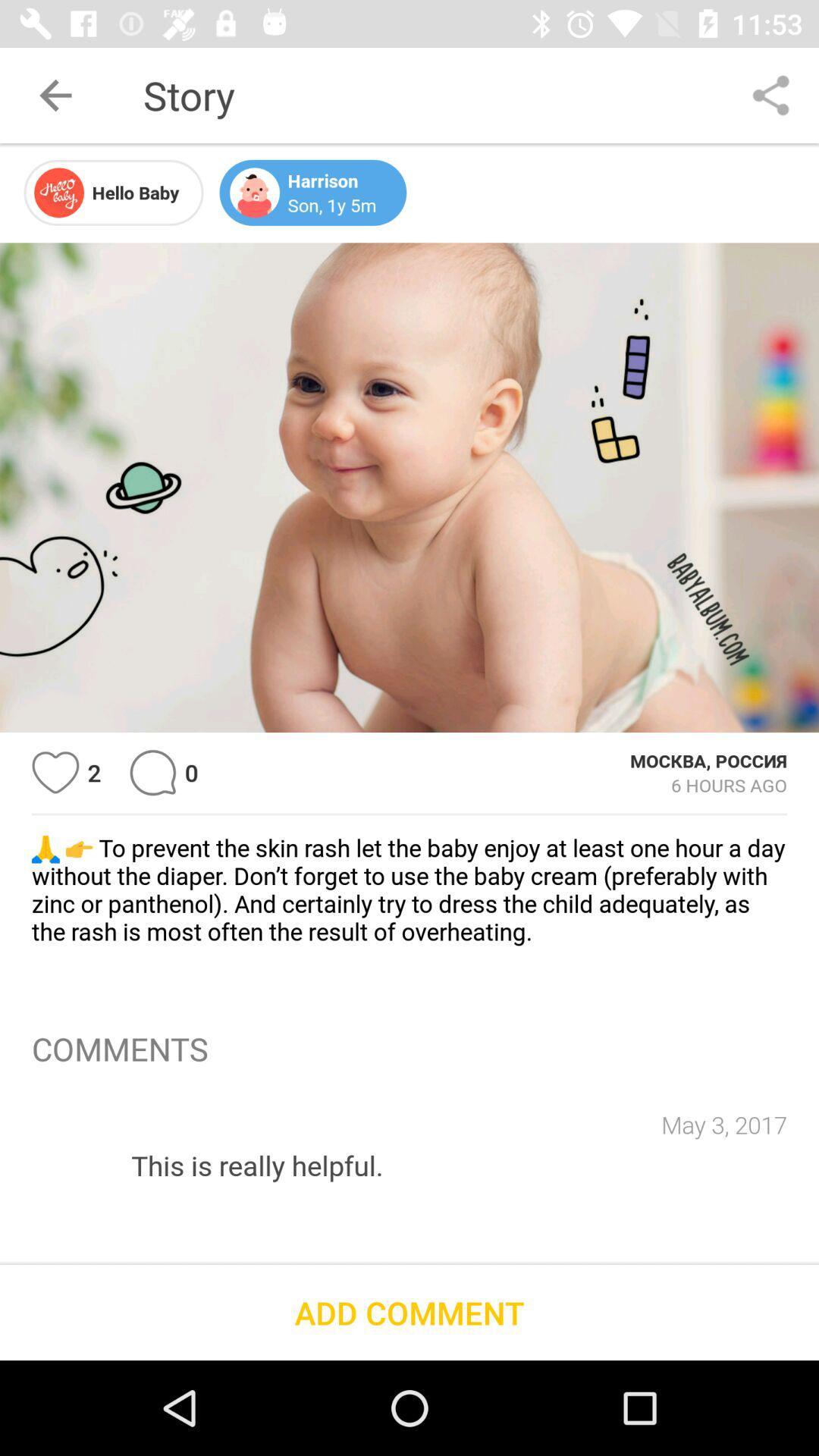  Describe the element at coordinates (55, 773) in the screenshot. I see `the favorite icon` at that location.